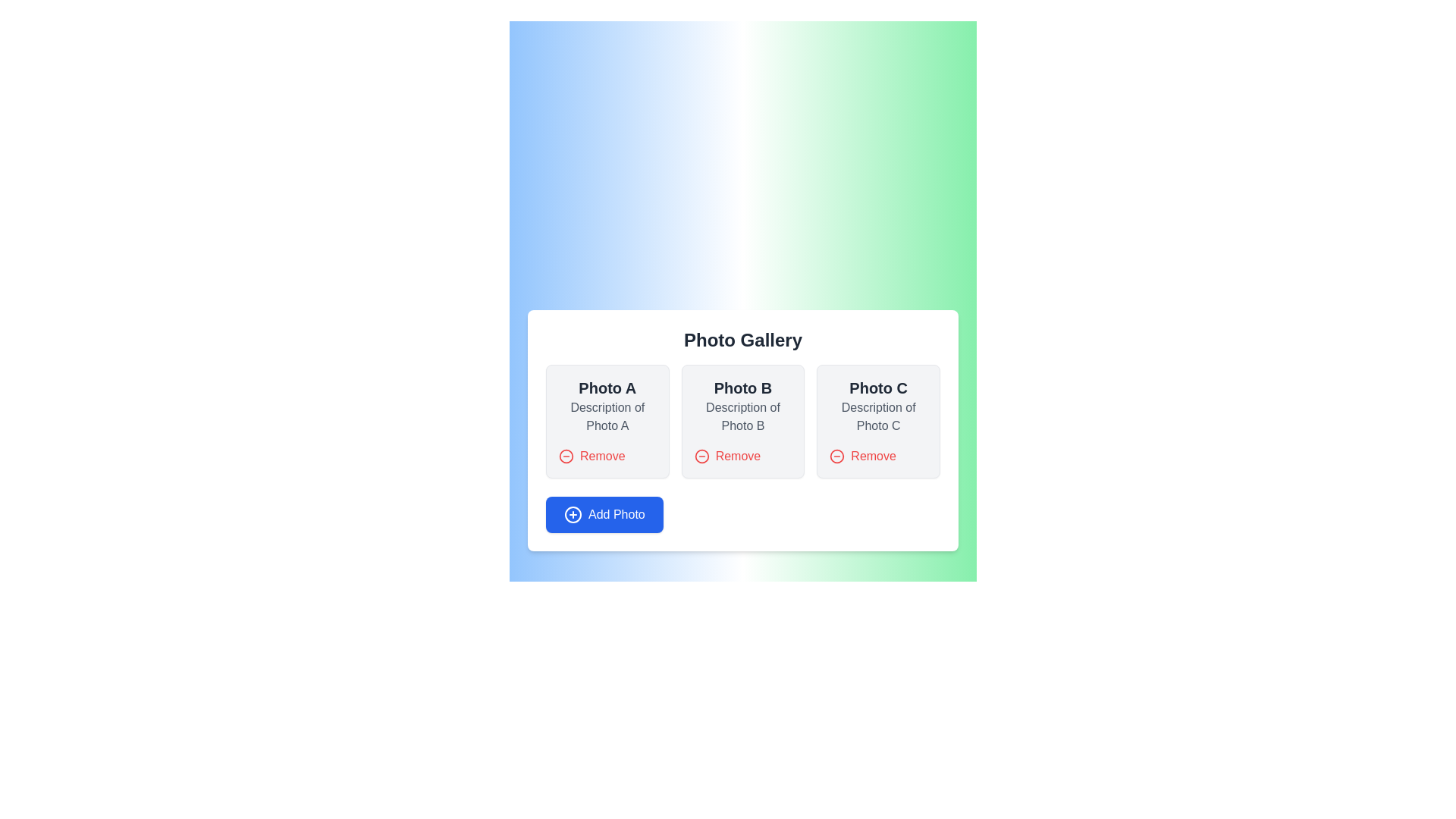 Image resolution: width=1456 pixels, height=819 pixels. I want to click on the small circular red-bordered icon symbolizing a 'remove' action, located next to the 'Remove' text label in the card of 'Photo B', so click(701, 455).